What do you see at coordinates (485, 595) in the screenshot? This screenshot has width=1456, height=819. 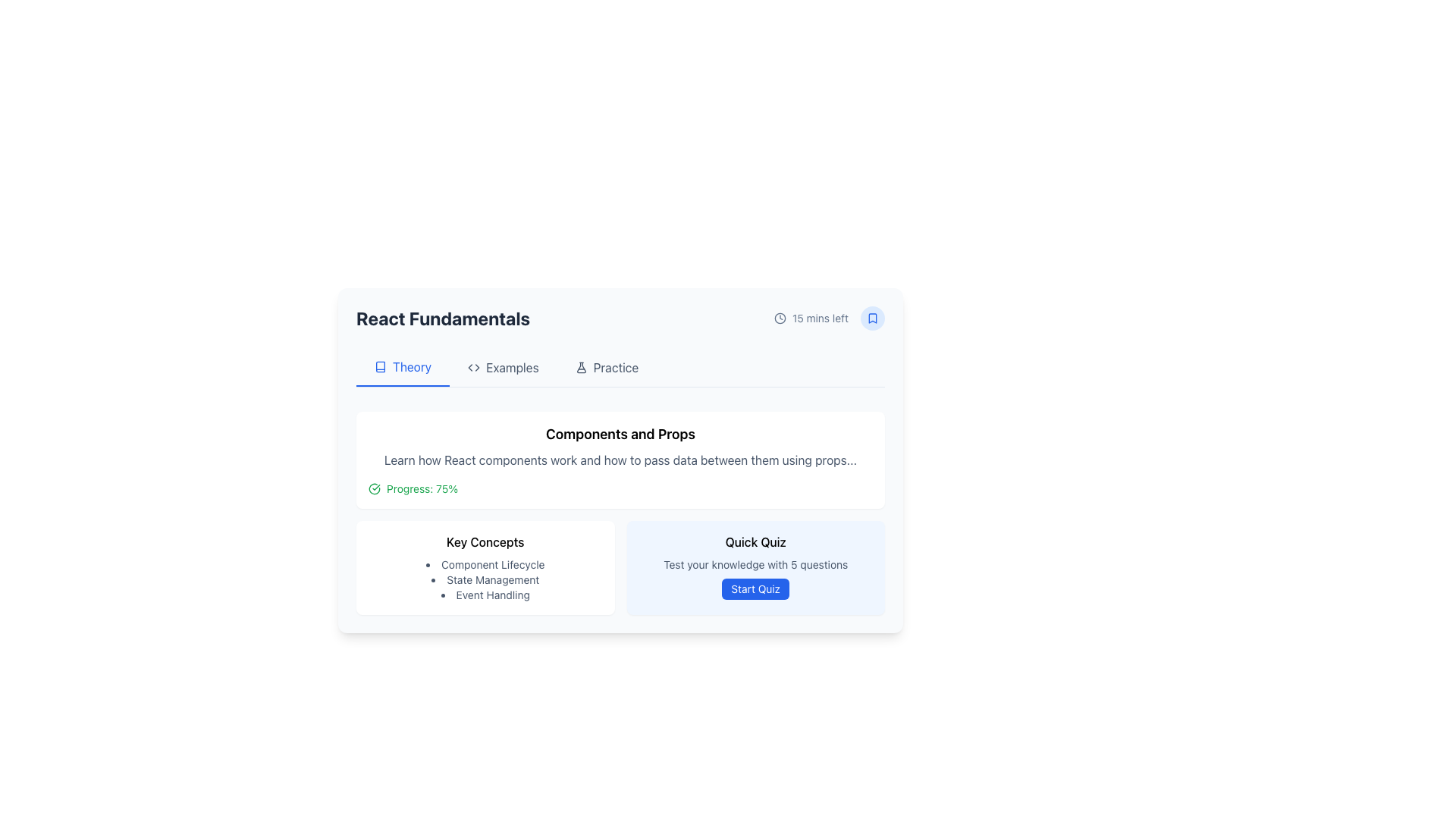 I see `the text item displaying 'Event Handling', which is the third item in the bullet-point list under the 'Key Concepts' section` at bounding box center [485, 595].